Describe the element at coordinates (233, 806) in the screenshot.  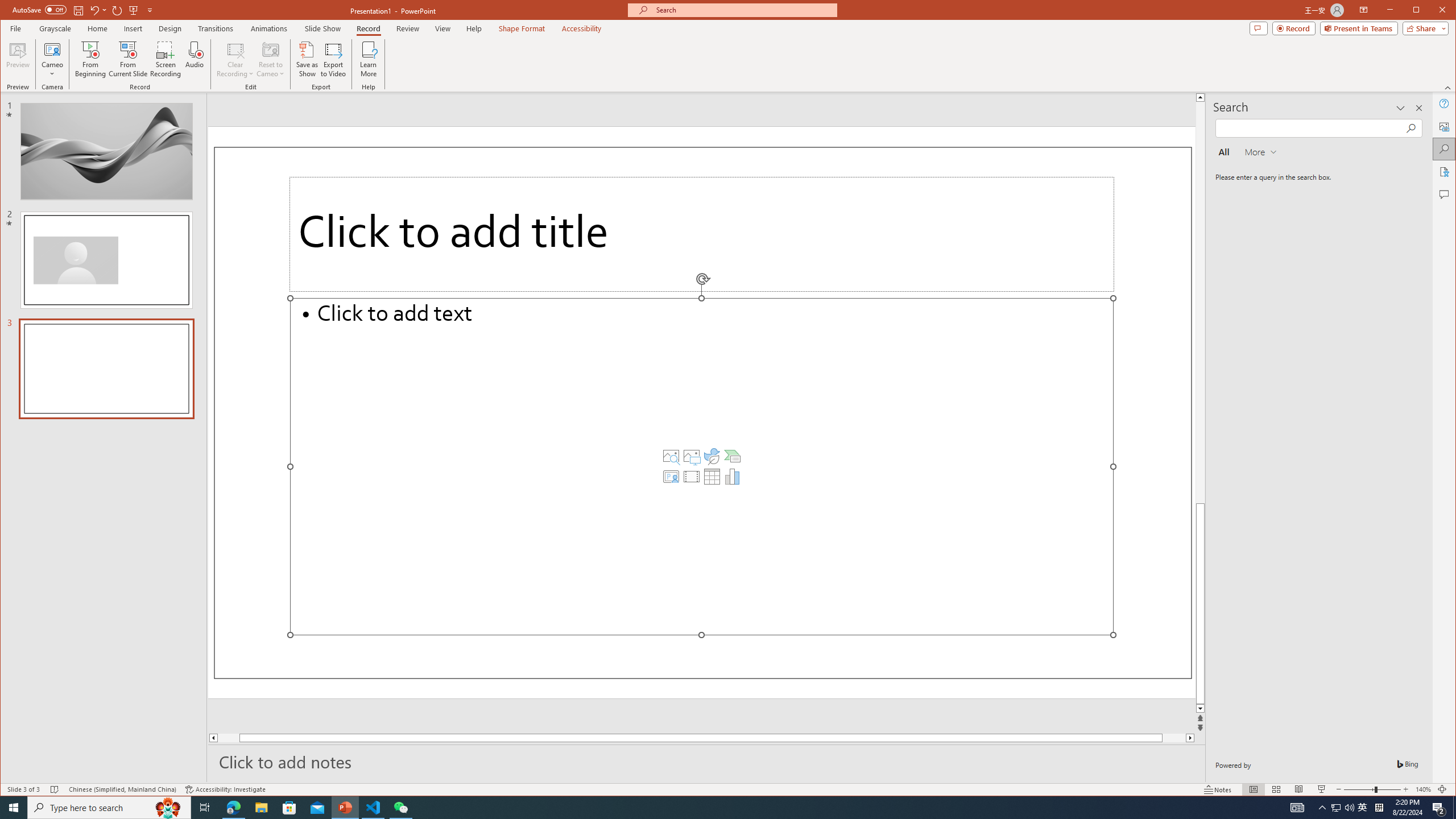
I see `'Microsoft Edge - 1 running window'` at that location.